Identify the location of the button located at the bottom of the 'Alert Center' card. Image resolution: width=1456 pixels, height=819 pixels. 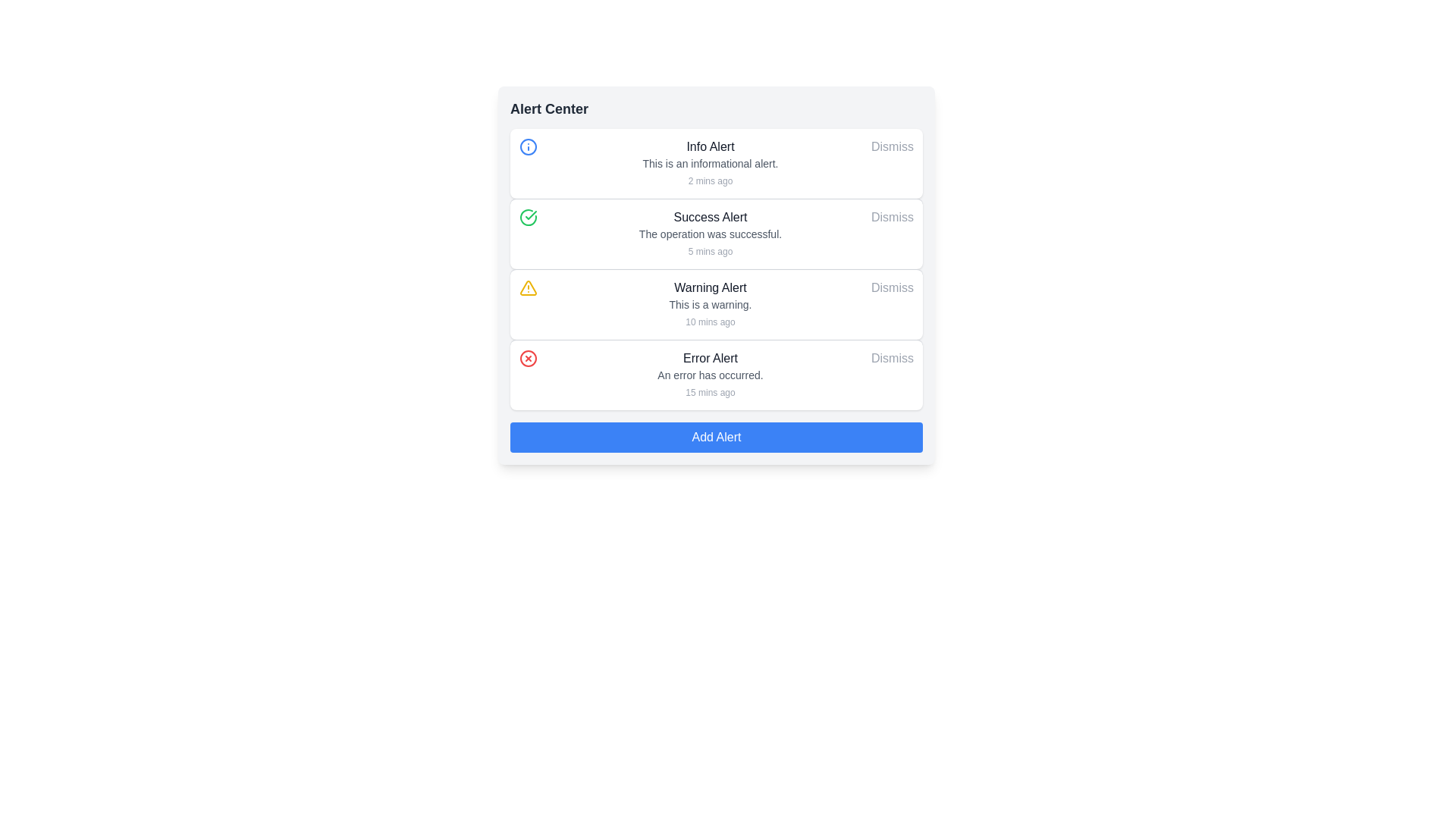
(716, 438).